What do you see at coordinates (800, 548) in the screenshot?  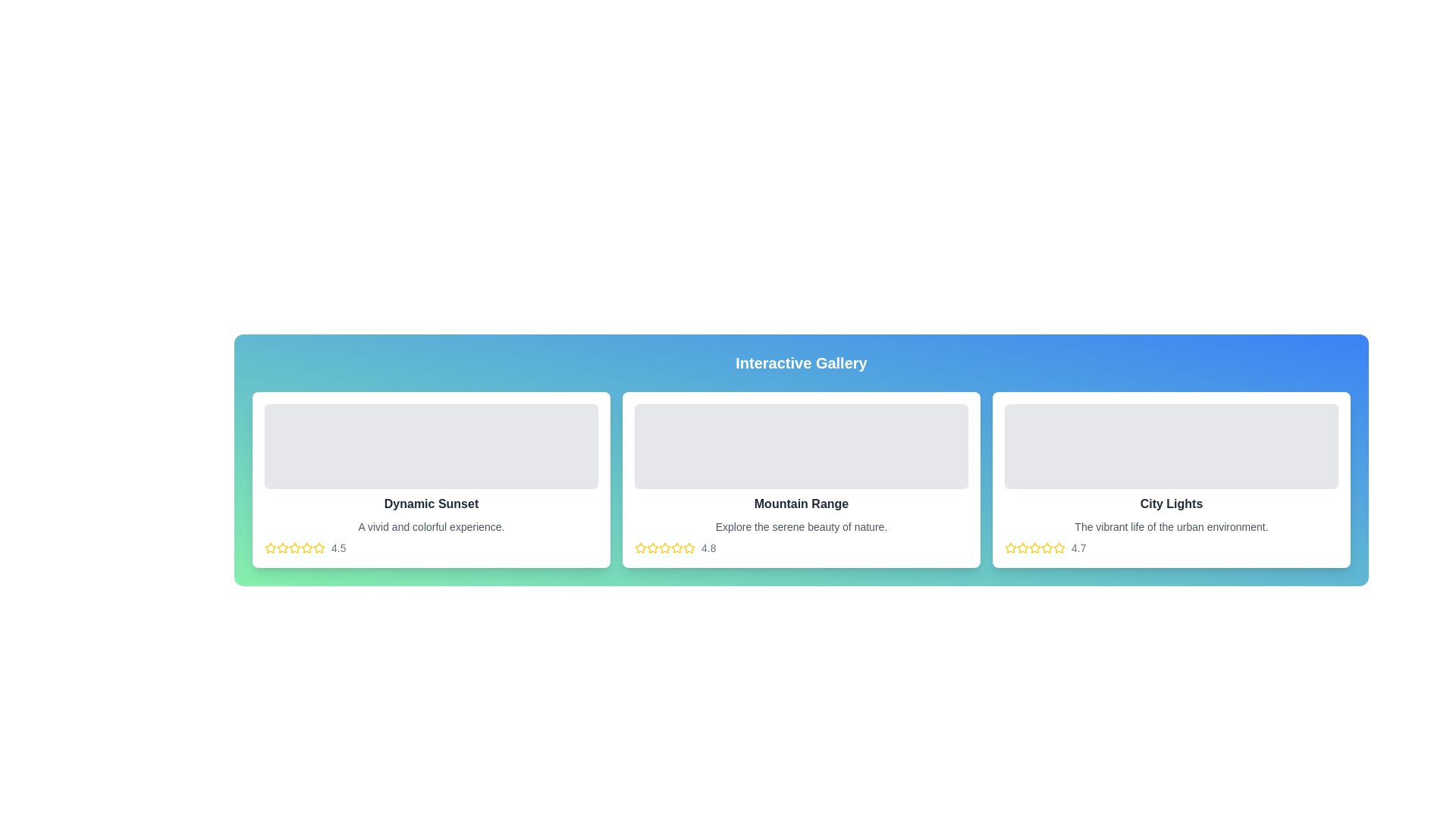 I see `the yellow star rating display that shows a rating of '4.8' located in the lower section of the 'Mountain Range' card` at bounding box center [800, 548].